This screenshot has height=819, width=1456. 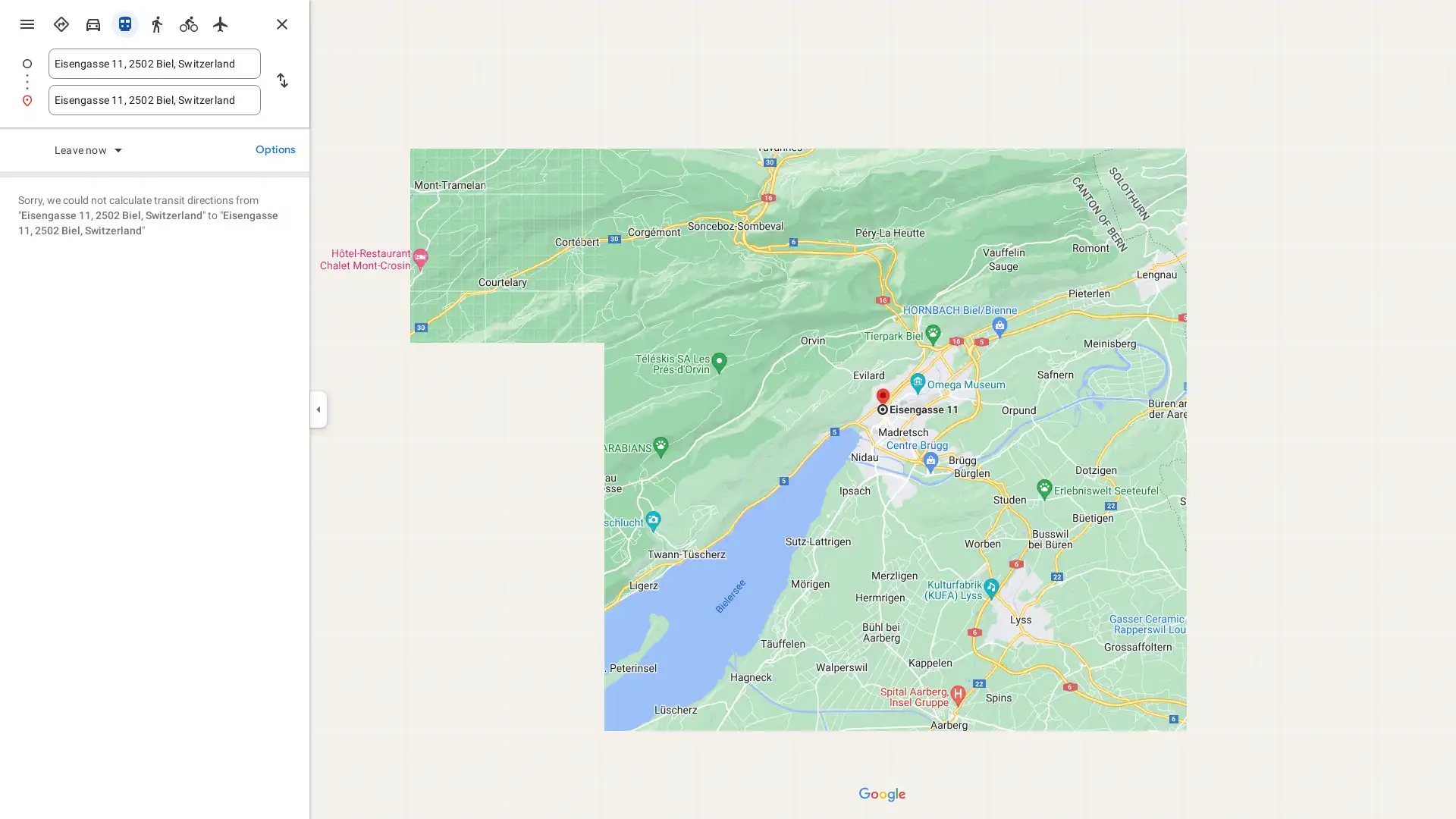 I want to click on Menu, so click(x=27, y=24).